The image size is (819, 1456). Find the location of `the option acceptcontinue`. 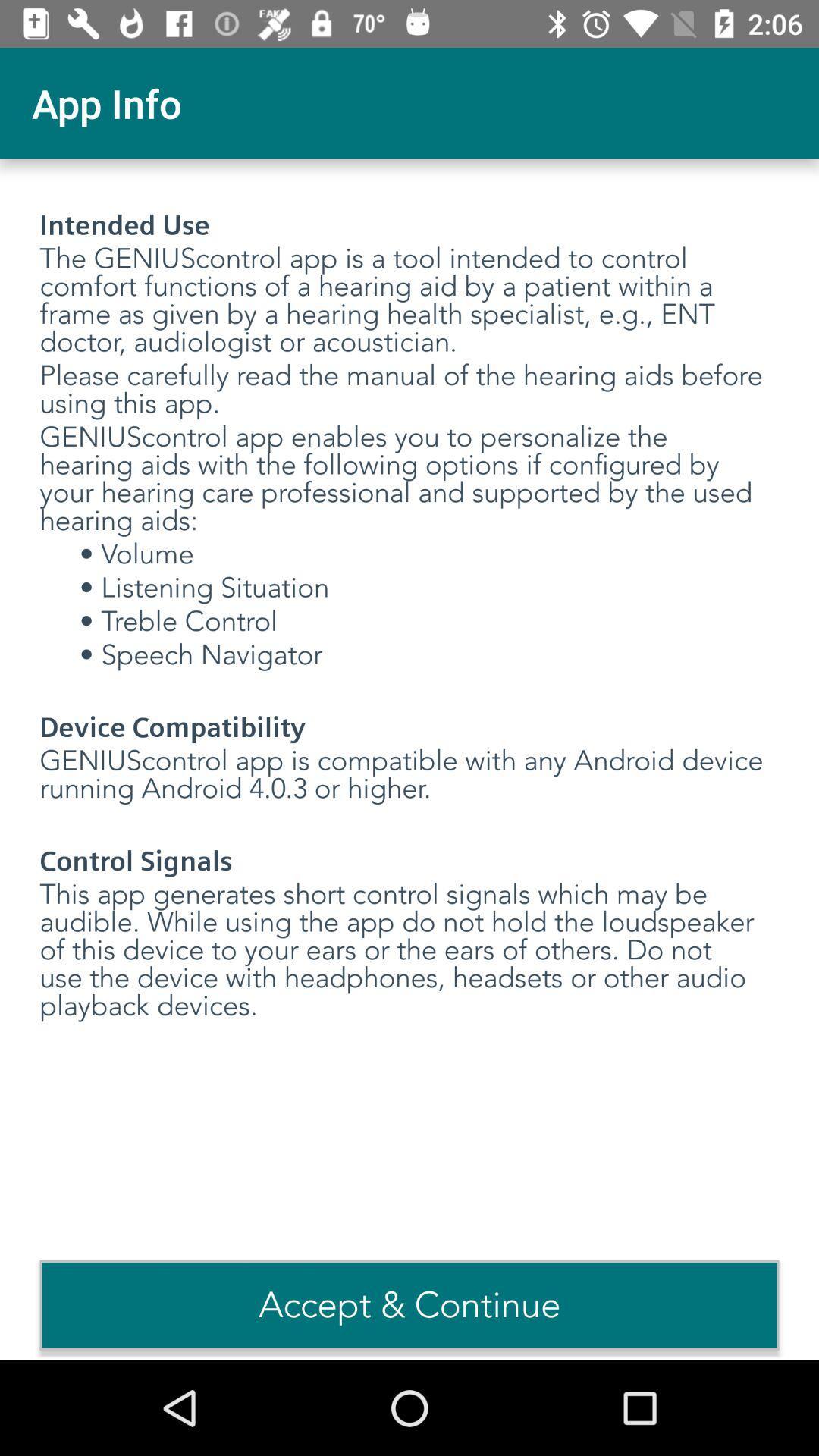

the option acceptcontinue is located at coordinates (409, 1304).